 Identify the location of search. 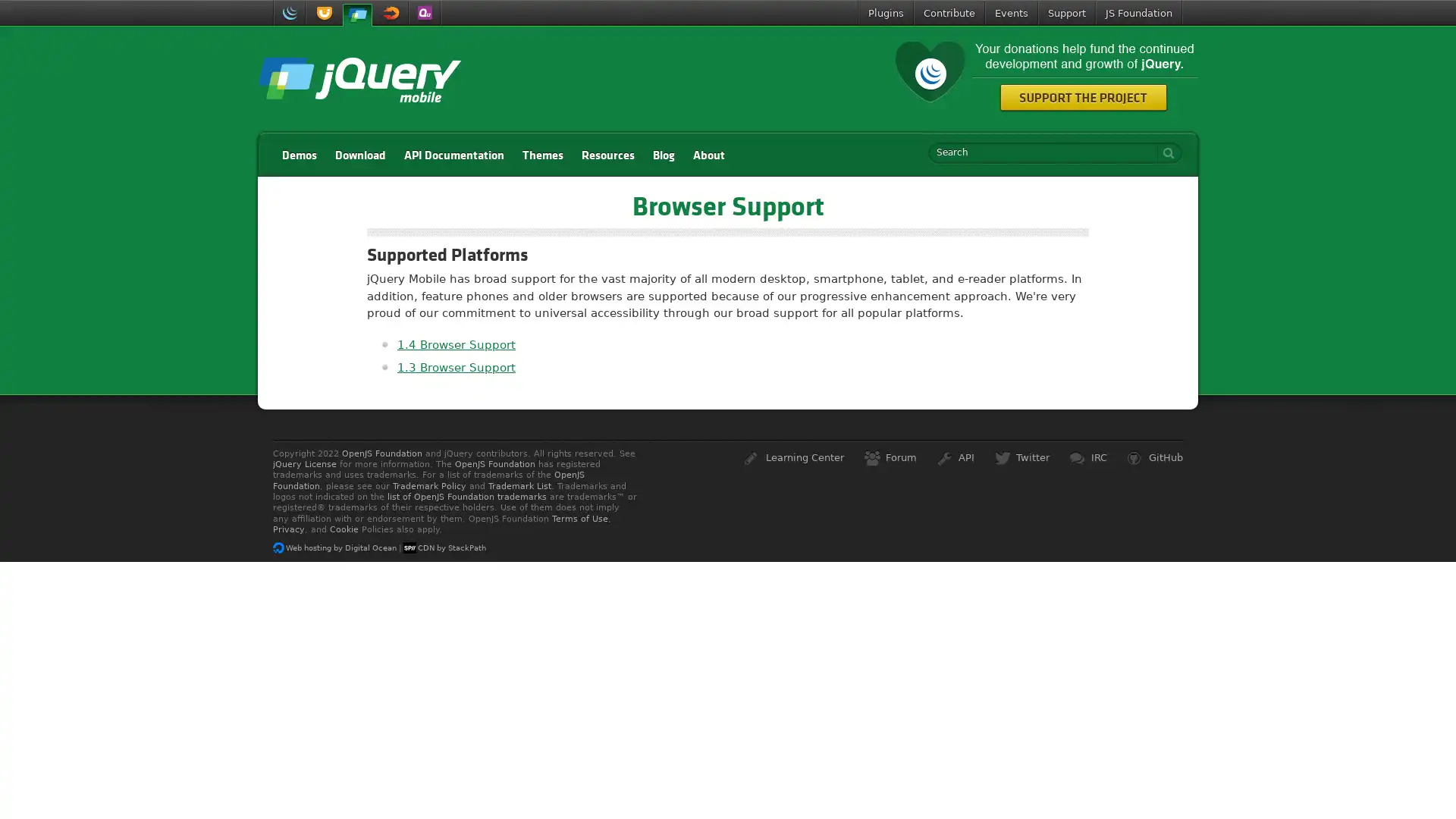
(1164, 152).